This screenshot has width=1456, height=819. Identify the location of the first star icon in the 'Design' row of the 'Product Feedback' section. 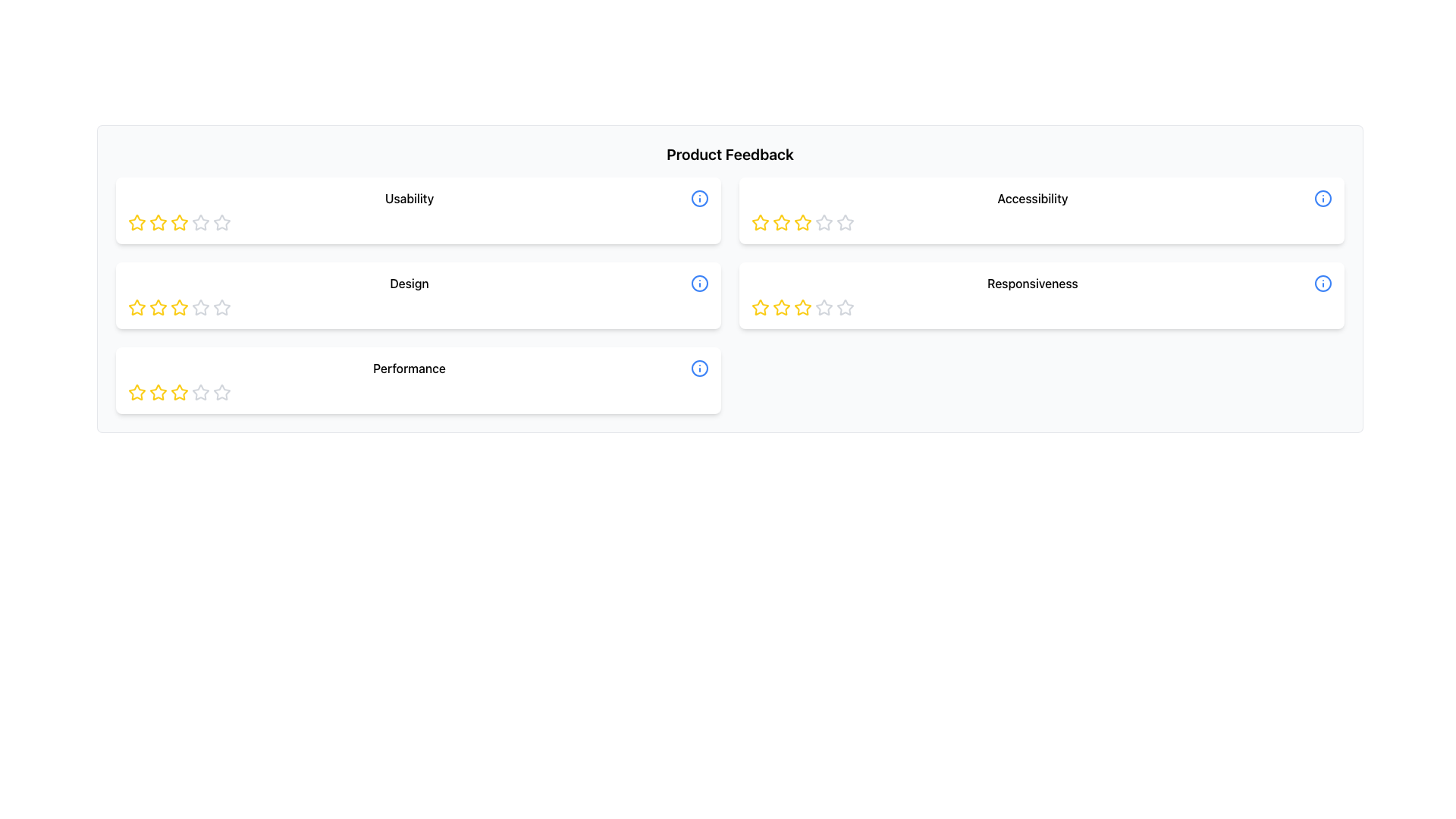
(158, 307).